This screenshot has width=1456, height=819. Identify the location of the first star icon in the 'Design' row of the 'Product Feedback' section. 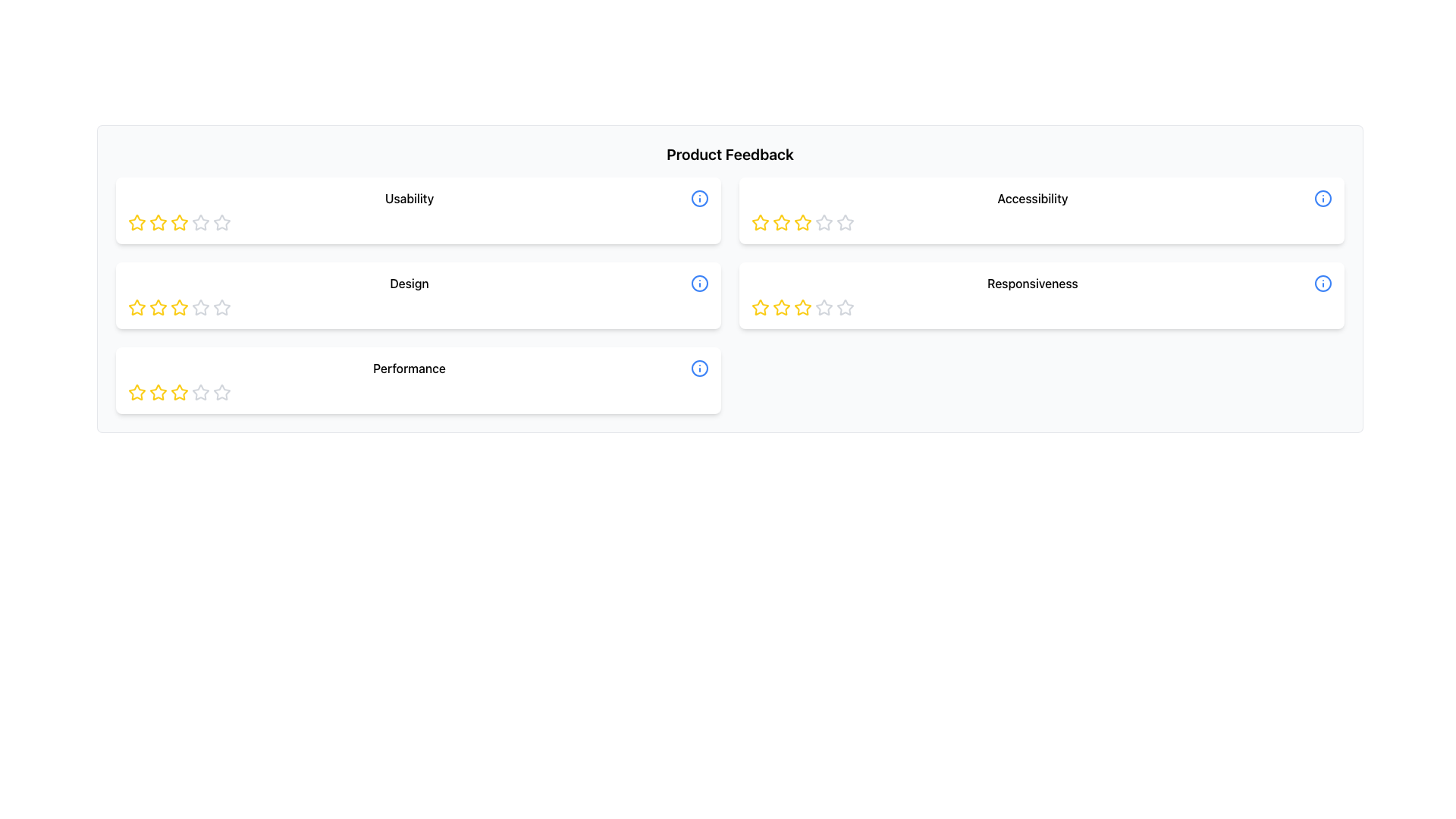
(158, 307).